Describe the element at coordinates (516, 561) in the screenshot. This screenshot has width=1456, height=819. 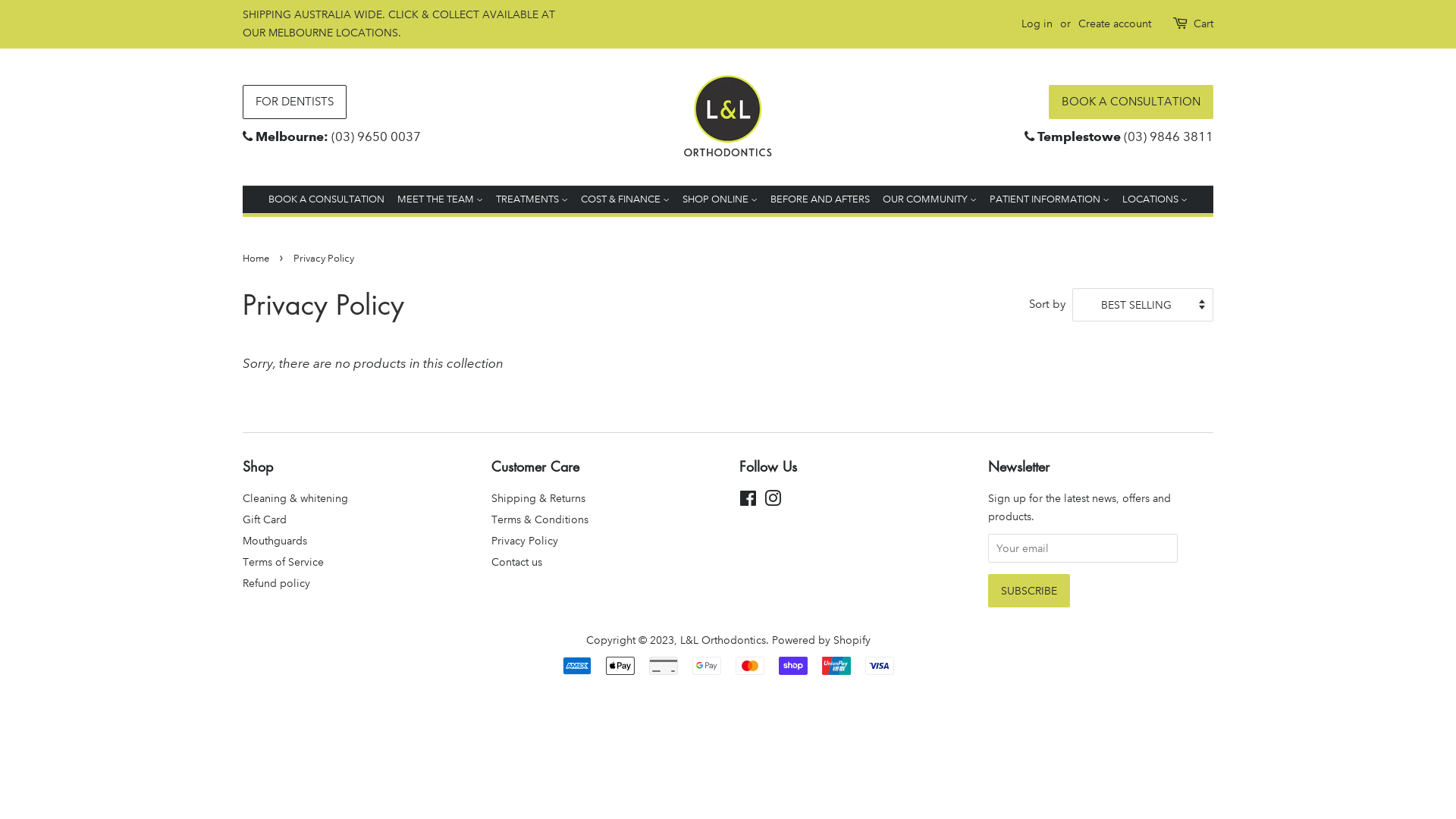
I see `'Contact us'` at that location.